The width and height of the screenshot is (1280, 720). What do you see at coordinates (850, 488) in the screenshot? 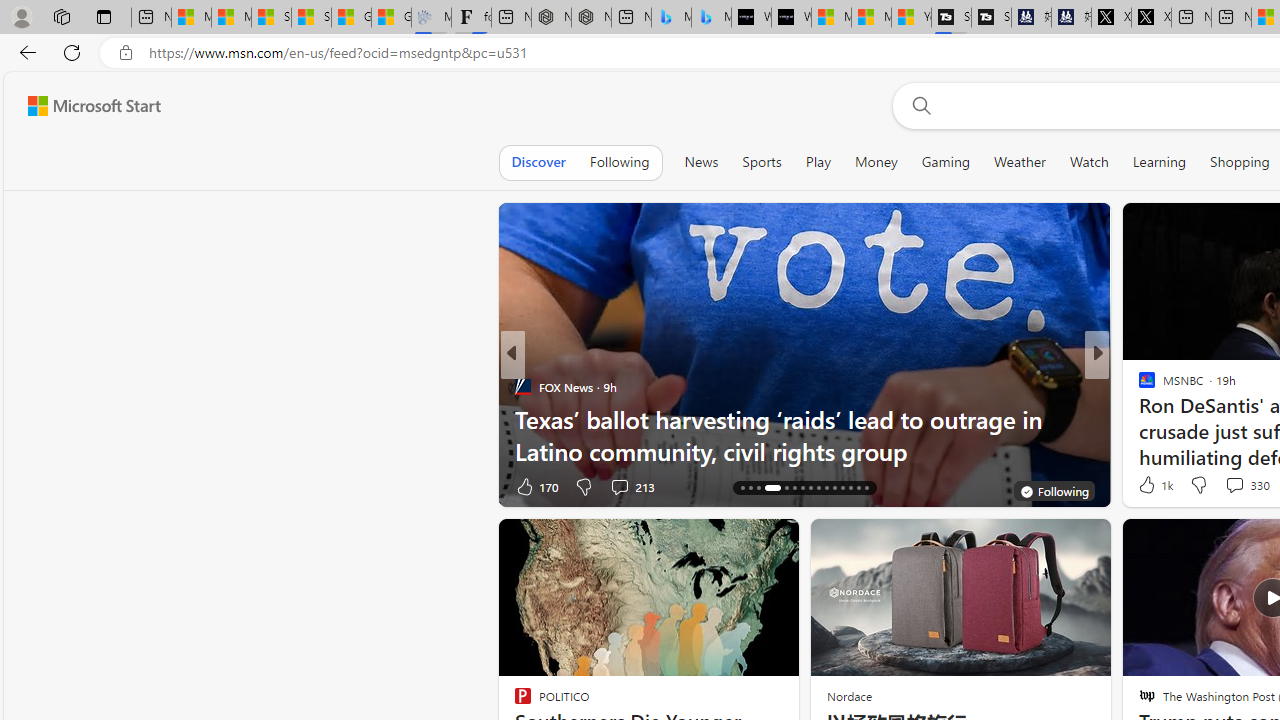
I see `'AutomationID: tab-28'` at bounding box center [850, 488].